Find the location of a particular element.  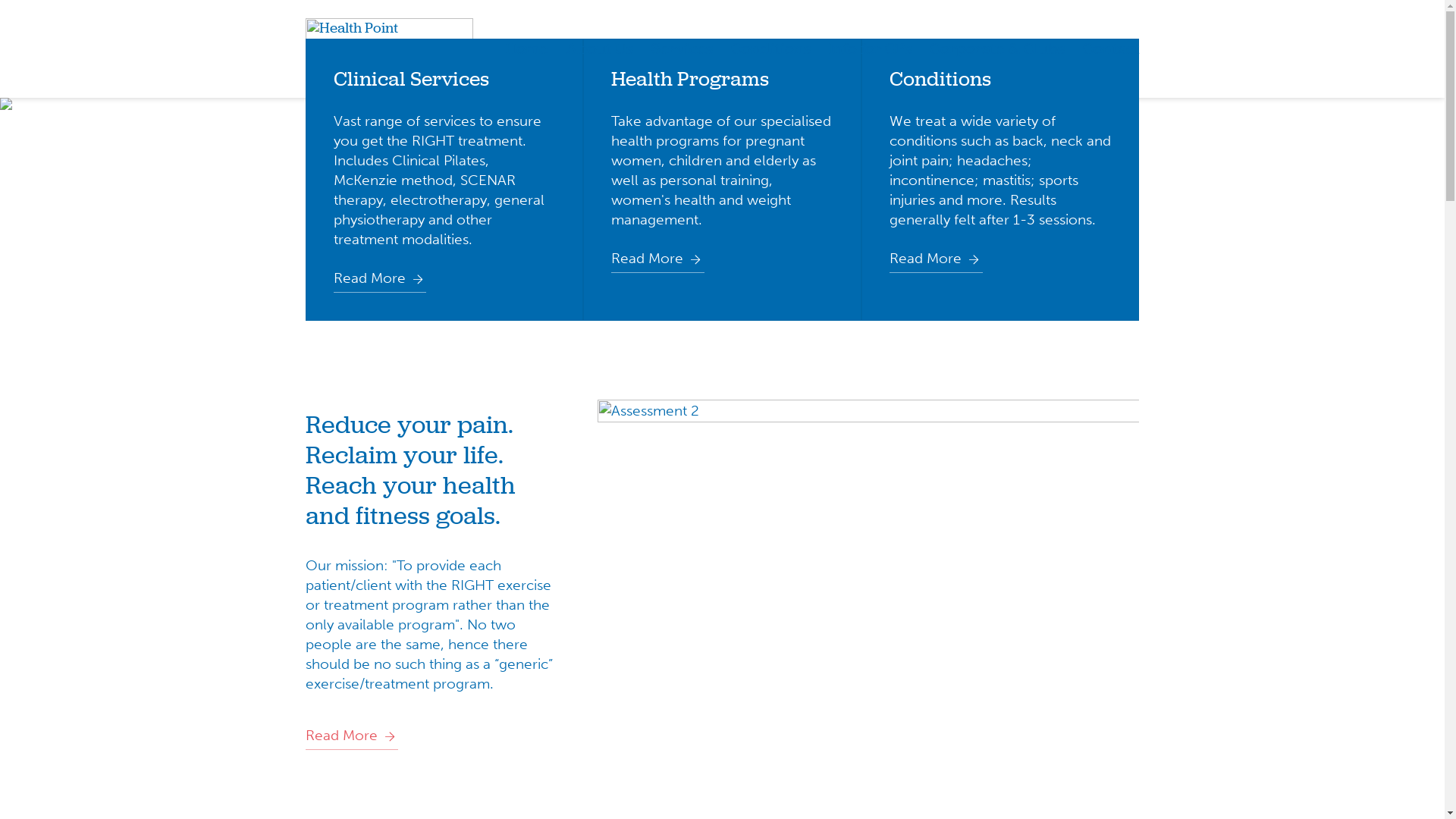

'Services' is located at coordinates (680, 48).